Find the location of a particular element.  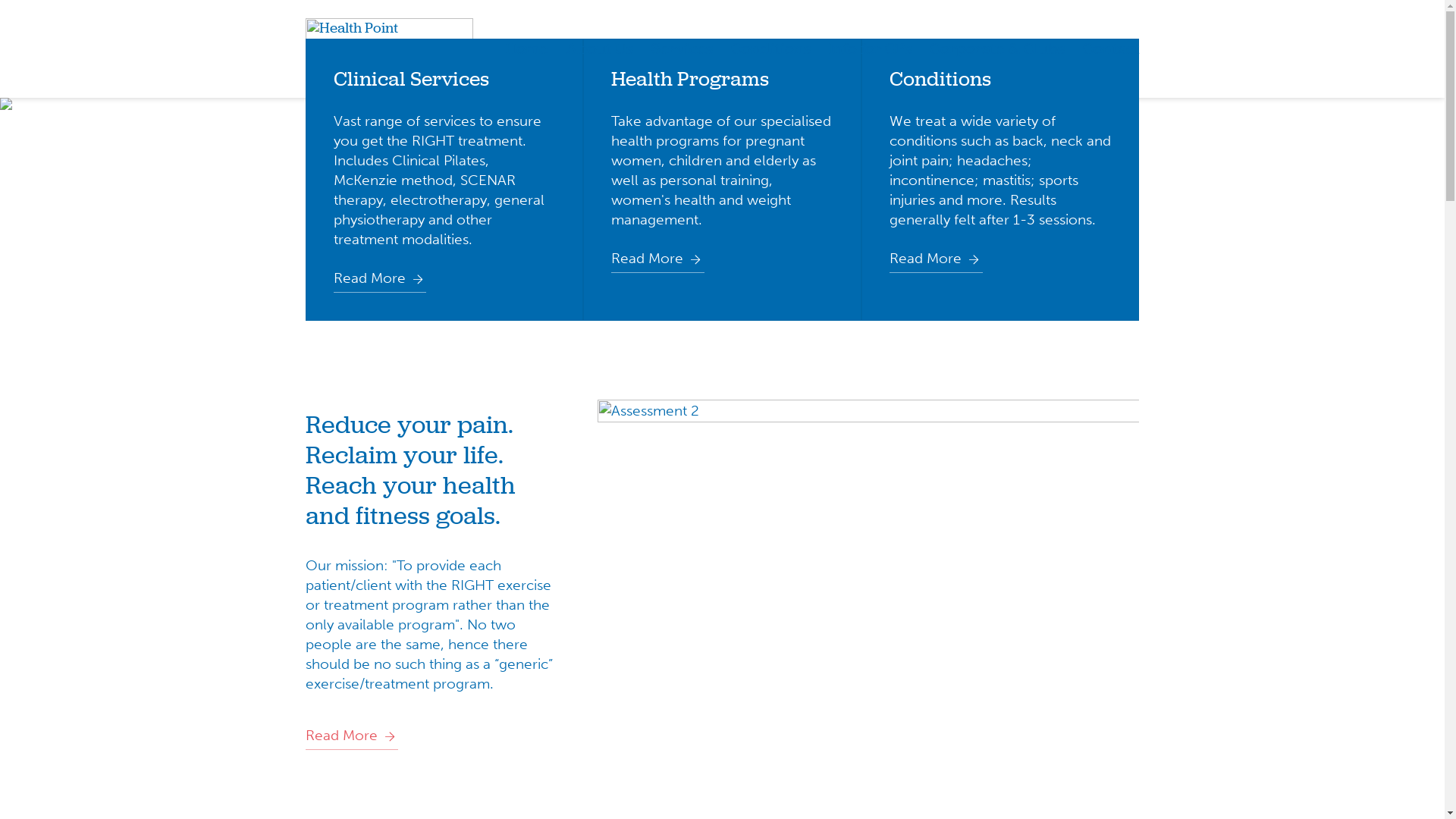

'Services' is located at coordinates (680, 48).